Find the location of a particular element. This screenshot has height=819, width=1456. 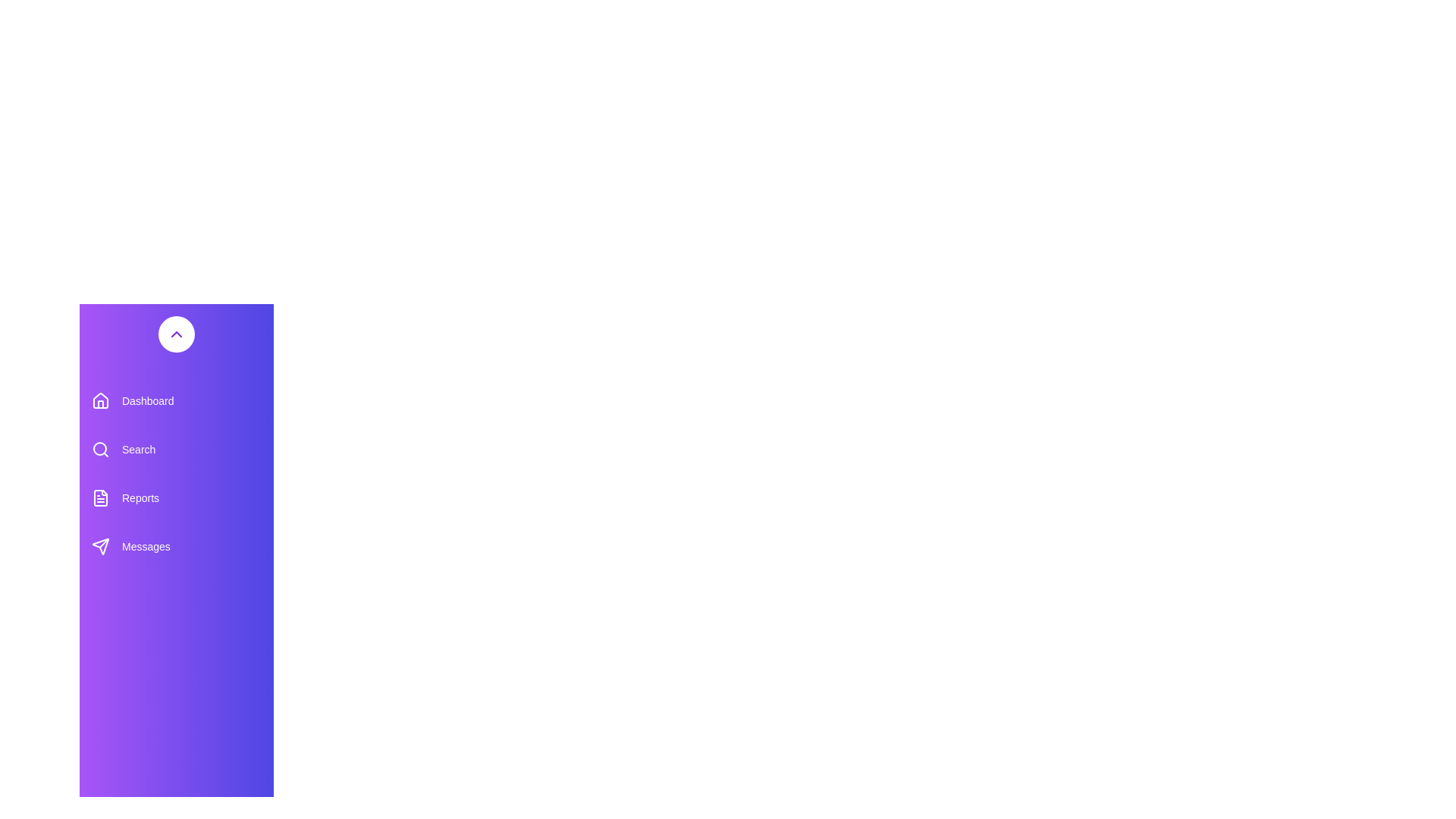

the 'Send' icon in the 'Messages' section of the vertical navigation menu is located at coordinates (100, 547).